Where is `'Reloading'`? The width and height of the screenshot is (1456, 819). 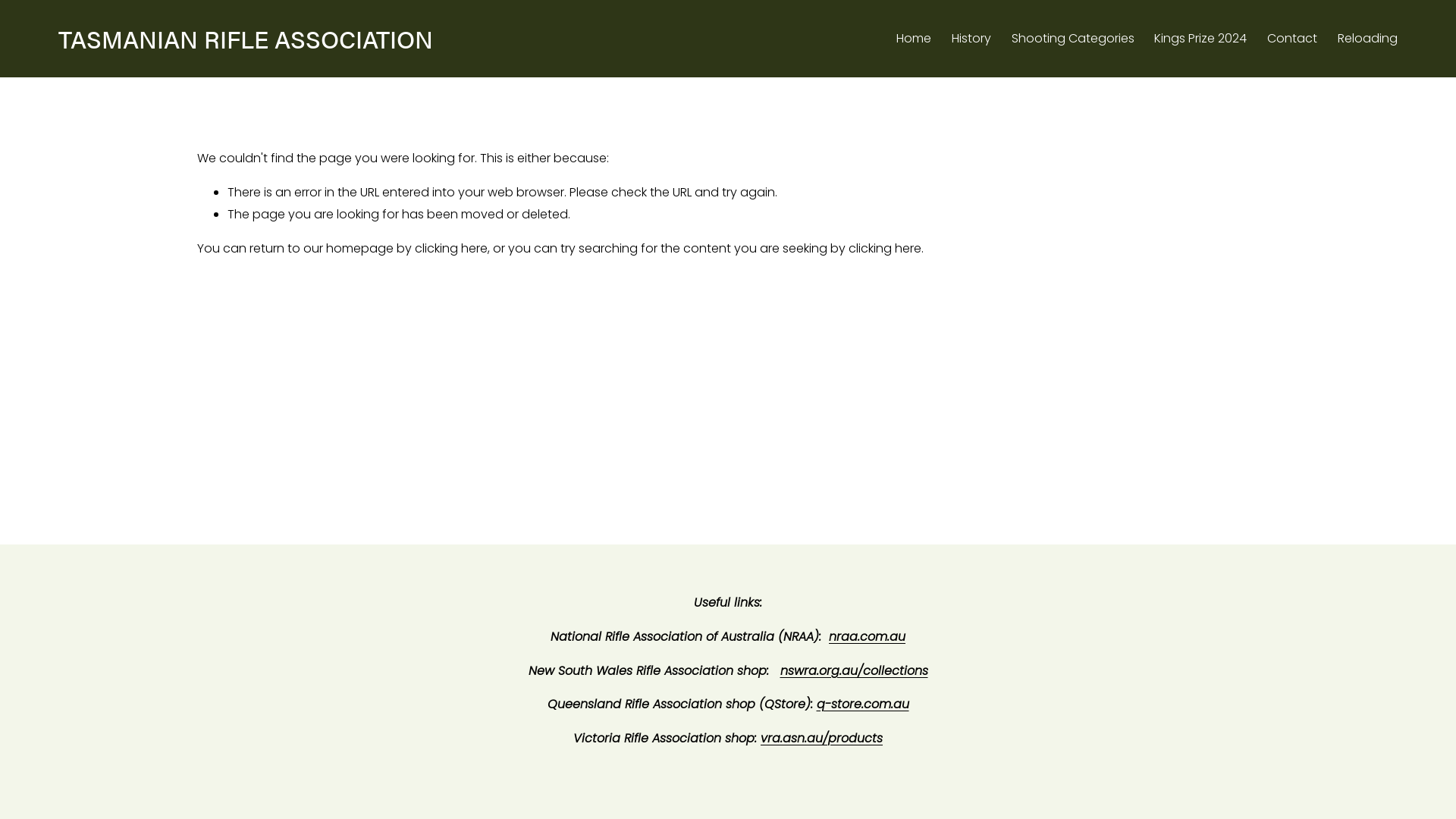 'Reloading' is located at coordinates (1337, 37).